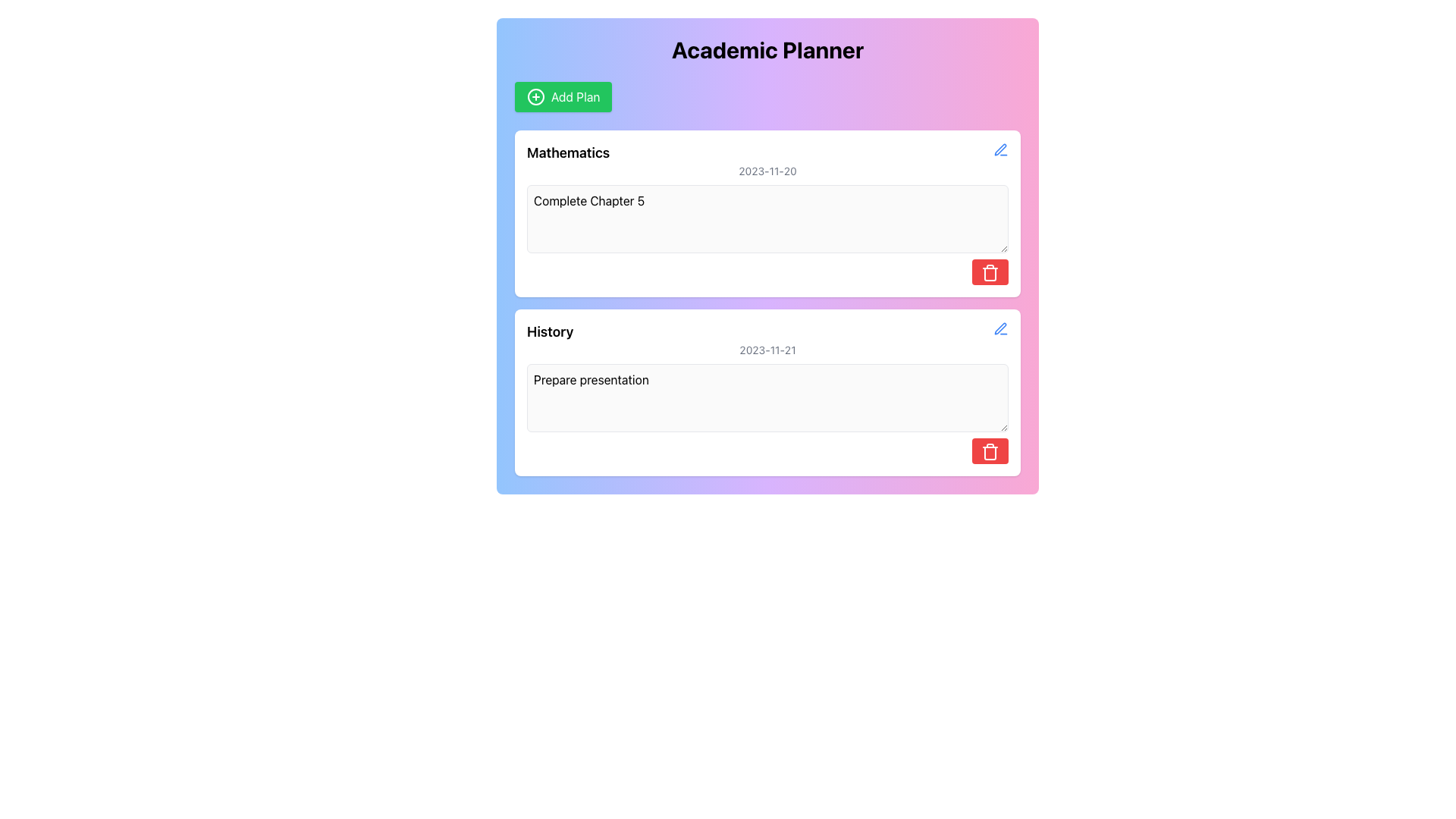 The height and width of the screenshot is (819, 1456). What do you see at coordinates (535, 96) in the screenshot?
I see `the 'Add Plan' icon located within the 'Add Plan' button to trigger a tooltip or visual feedback` at bounding box center [535, 96].